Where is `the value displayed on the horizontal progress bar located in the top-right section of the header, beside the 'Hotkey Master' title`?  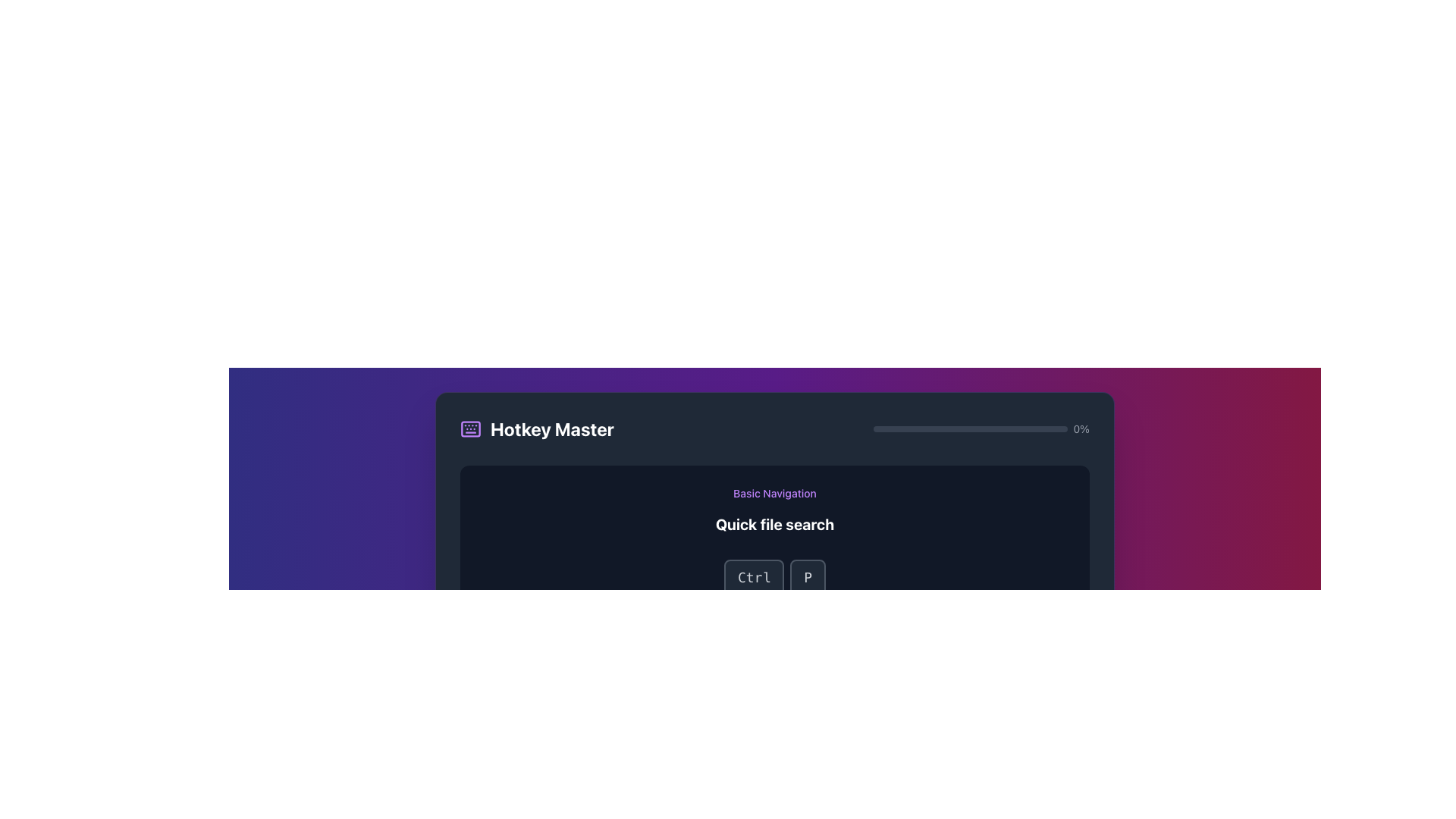
the value displayed on the horizontal progress bar located in the top-right section of the header, beside the 'Hotkey Master' title is located at coordinates (981, 429).